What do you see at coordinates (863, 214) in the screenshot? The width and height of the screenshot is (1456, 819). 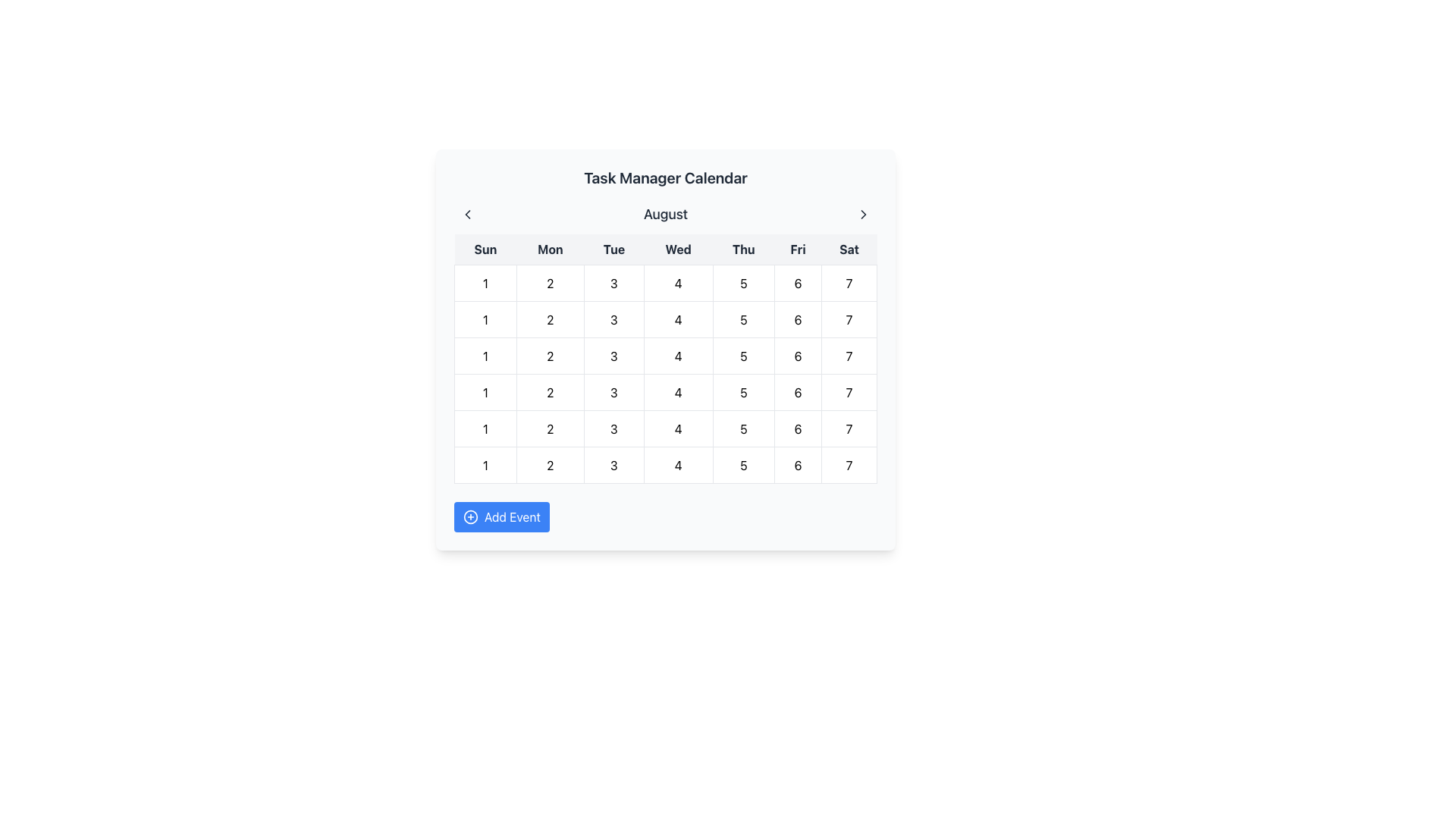 I see `the chevron arrow icon pointing right, located at the top-right of the calendar header next to the month name 'August'` at bounding box center [863, 214].